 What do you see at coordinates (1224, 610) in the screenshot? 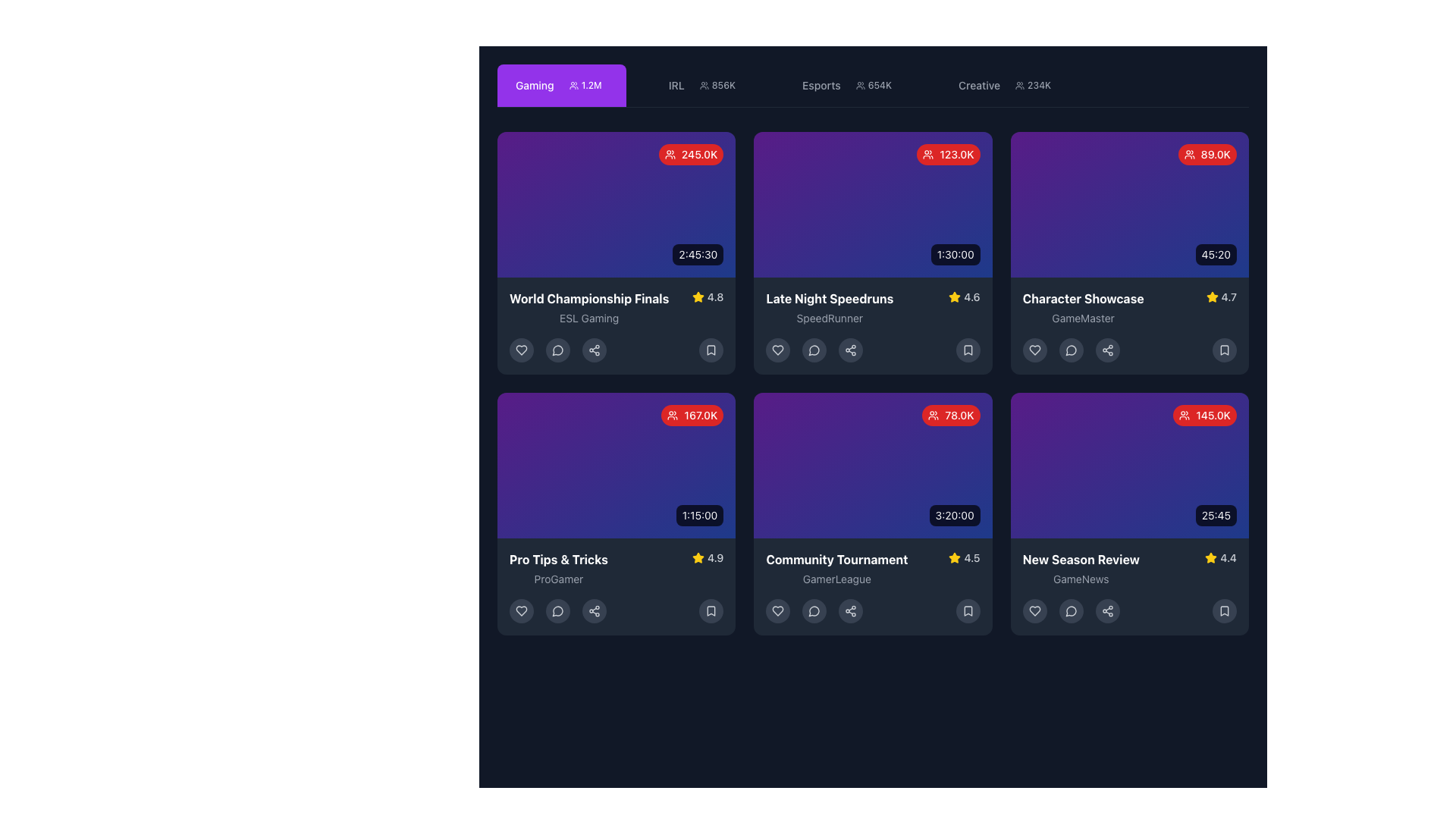
I see `the bookmark button located at the bottom-right corner of the 'New Season Review' card` at bounding box center [1224, 610].